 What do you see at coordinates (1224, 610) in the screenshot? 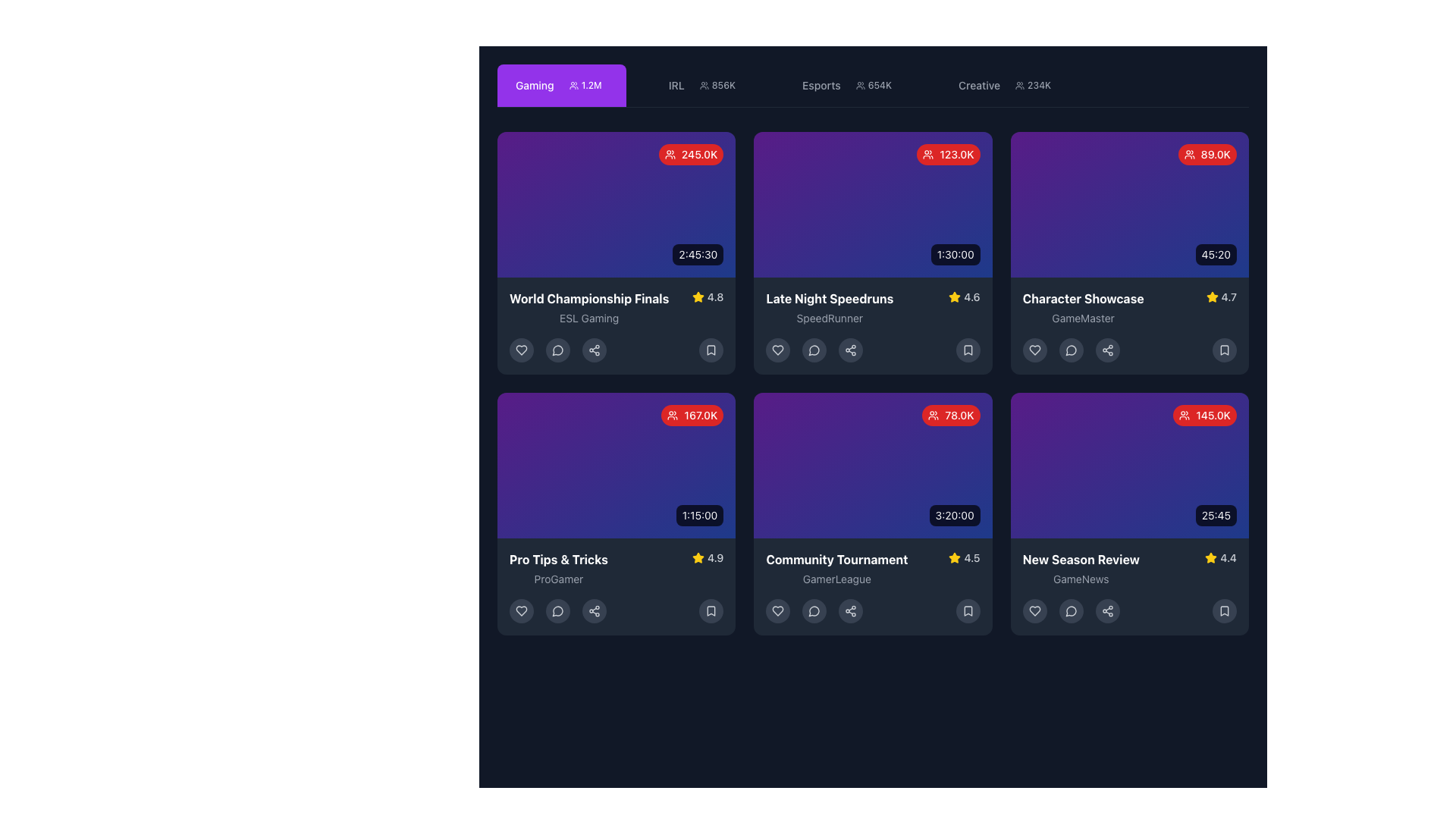
I see `the bookmark button located at the bottom-right corner of the 'New Season Review' card` at bounding box center [1224, 610].